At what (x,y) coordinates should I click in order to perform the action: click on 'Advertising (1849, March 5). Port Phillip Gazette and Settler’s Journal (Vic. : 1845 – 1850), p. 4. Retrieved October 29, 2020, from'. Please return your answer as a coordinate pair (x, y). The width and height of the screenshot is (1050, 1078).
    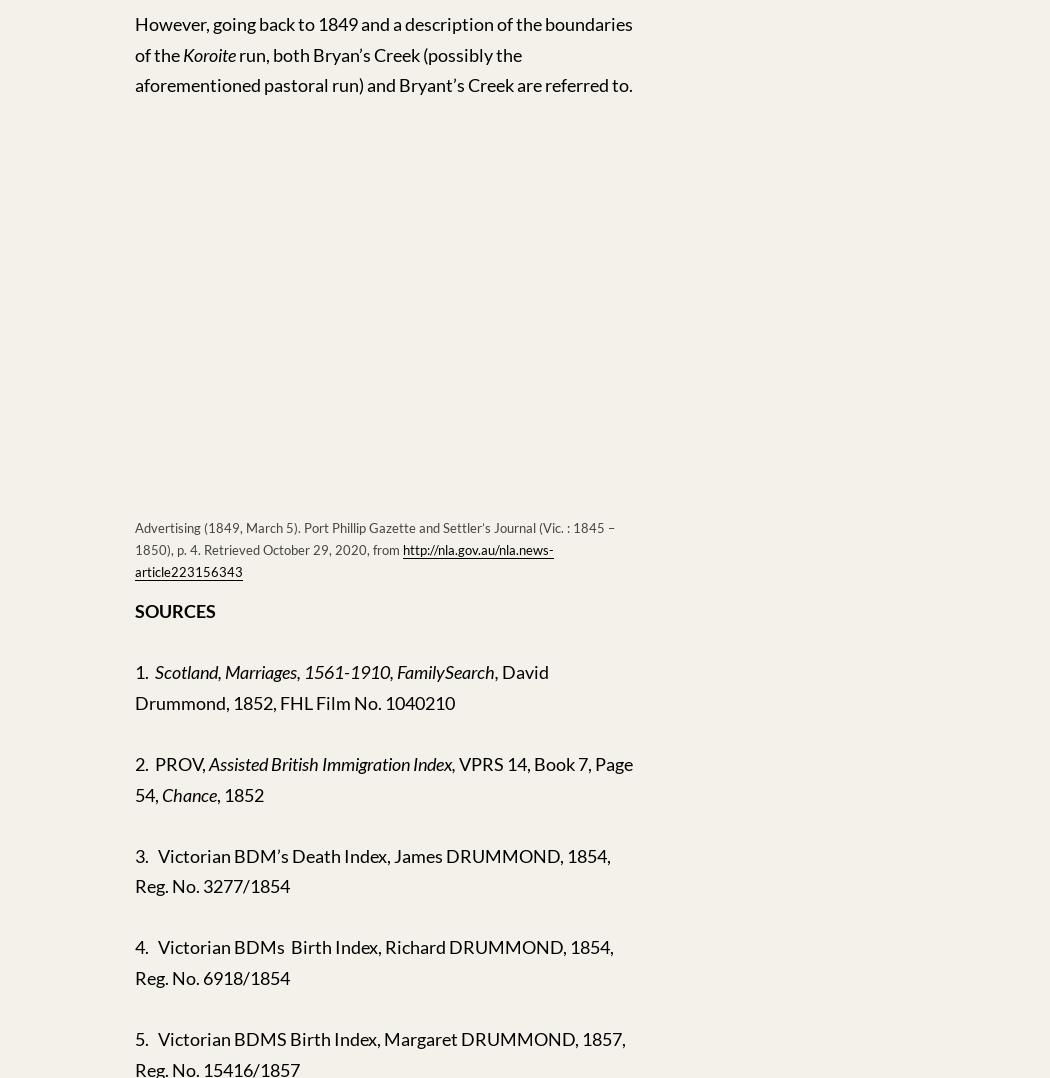
    Looking at the image, I should click on (373, 538).